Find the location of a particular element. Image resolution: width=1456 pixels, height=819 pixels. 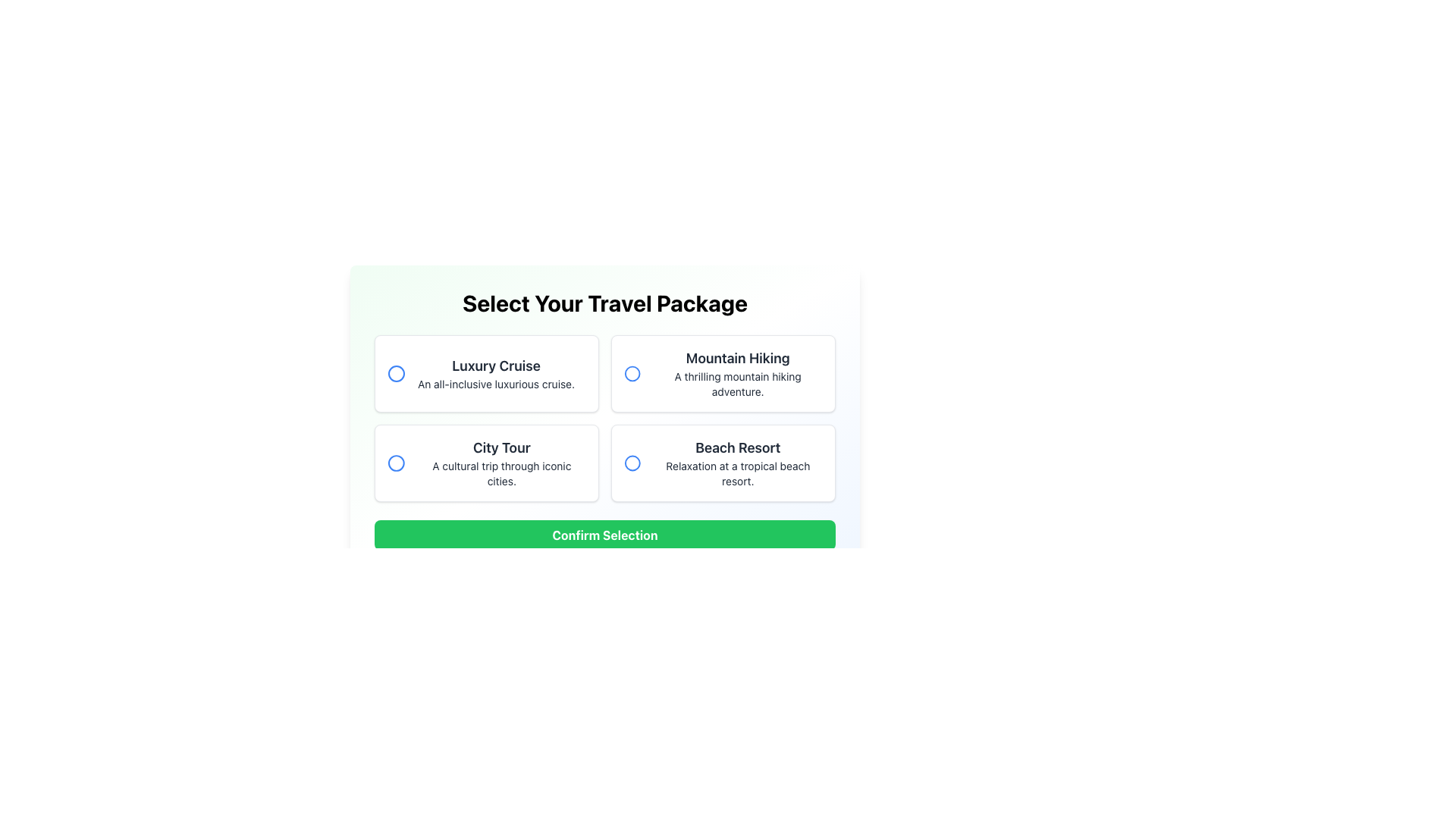

the radio button indicator for the 'Mountain Hiking' travel package is located at coordinates (632, 374).